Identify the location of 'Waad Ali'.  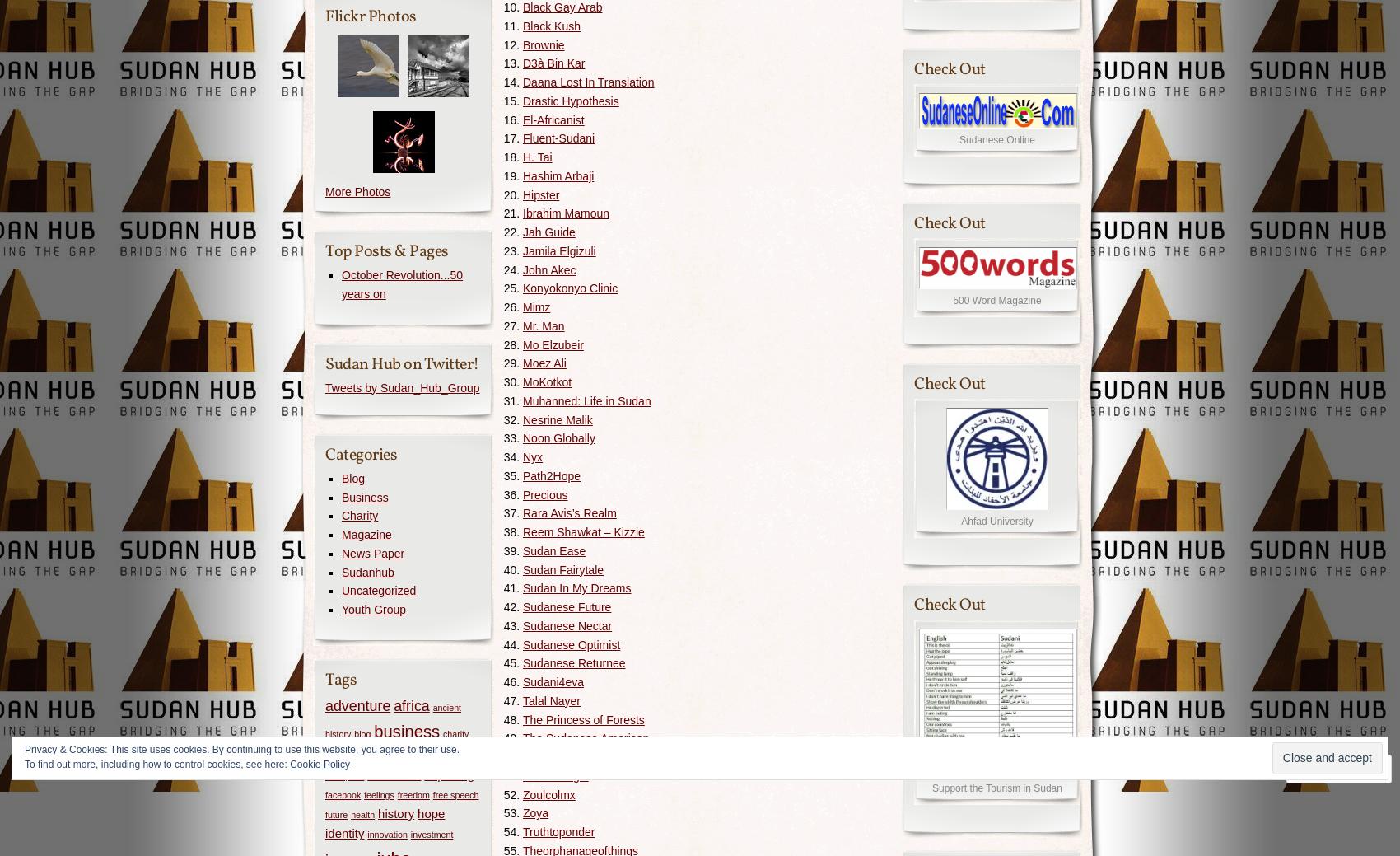
(544, 756).